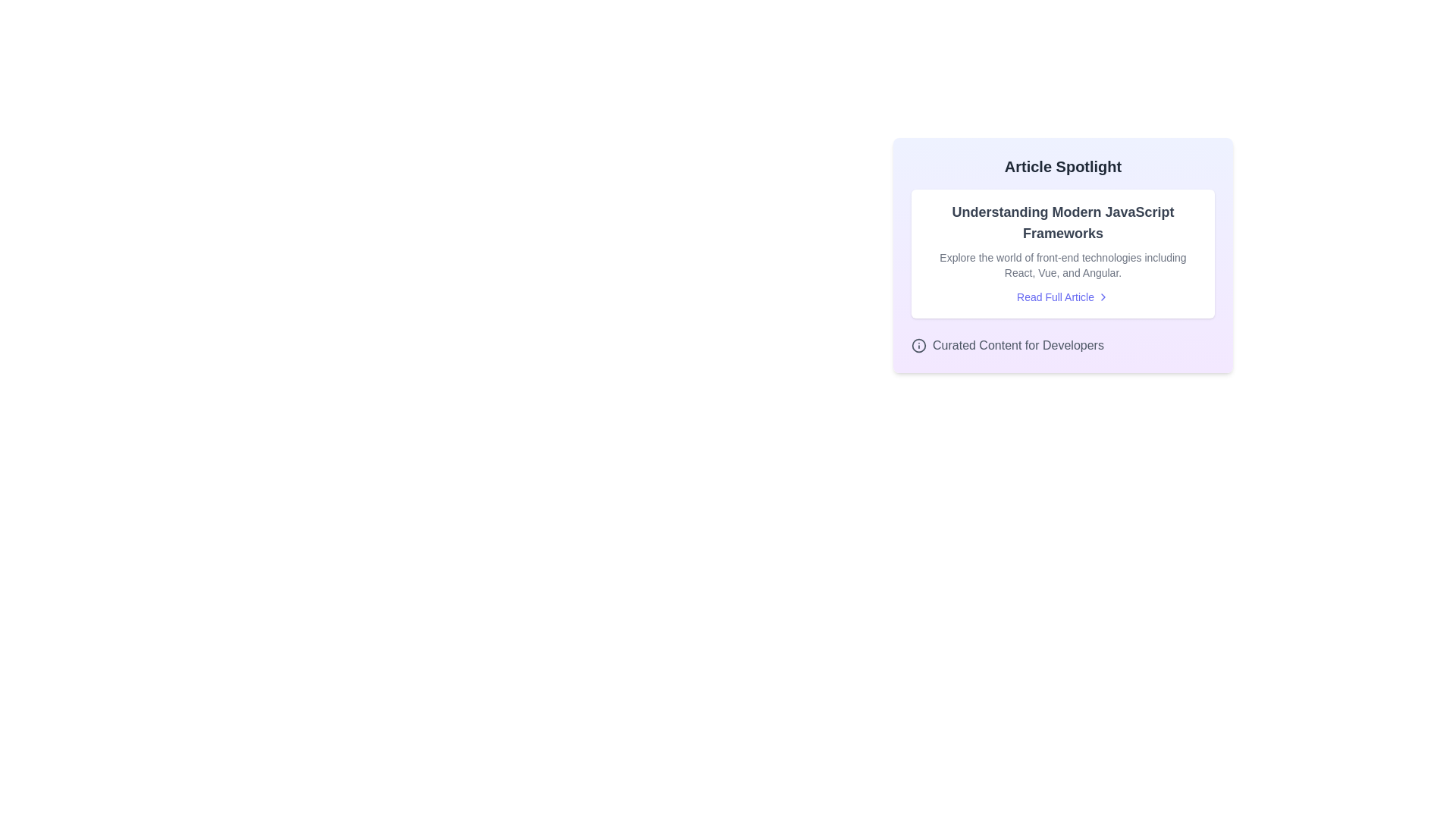 This screenshot has width=1456, height=819. Describe the element at coordinates (1103, 297) in the screenshot. I see `the navigation icon located at the bottom-right section of the card, which indicates the 'Read Full Article' text action` at that location.